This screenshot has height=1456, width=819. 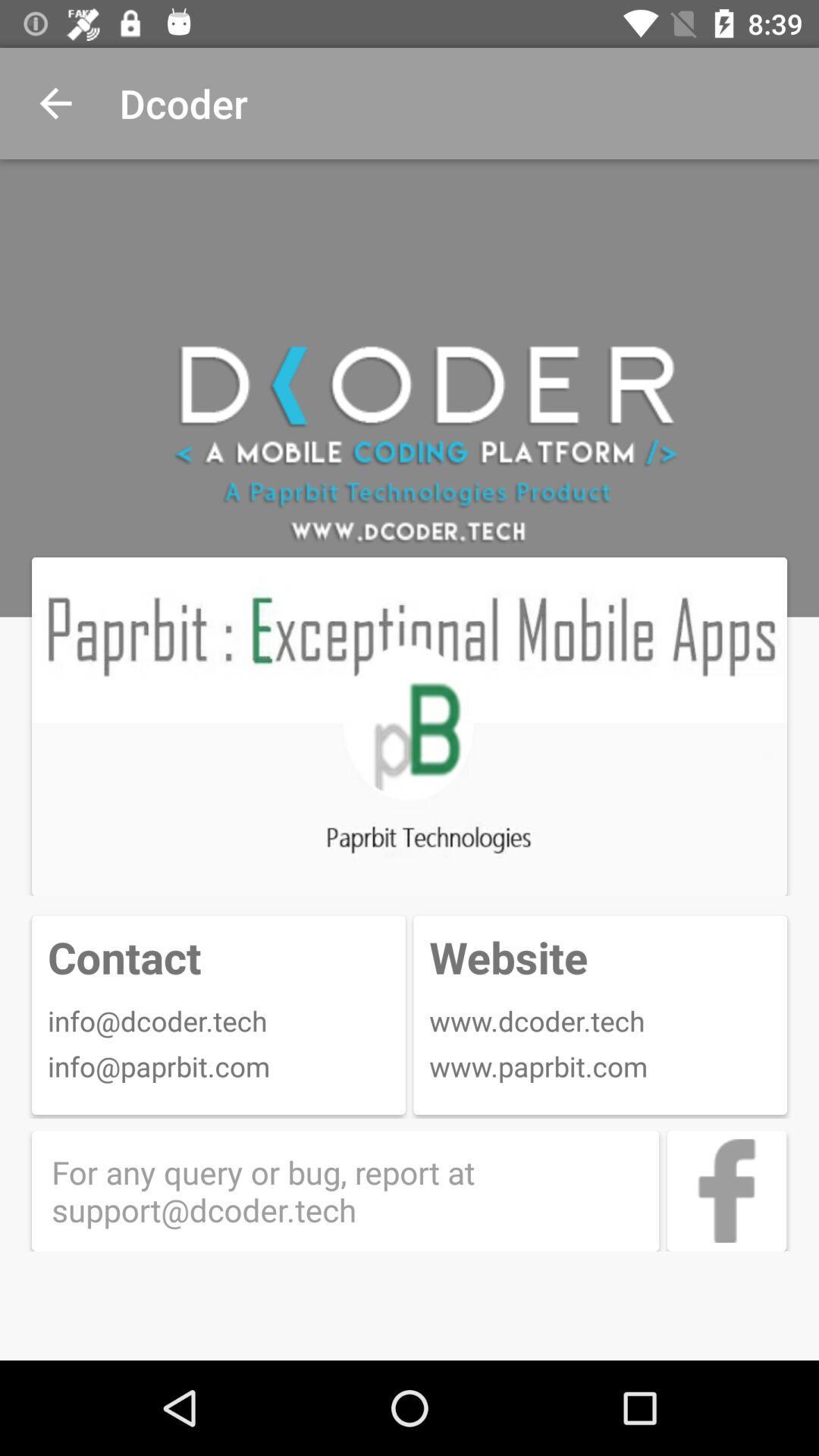 I want to click on item next to the for any query, so click(x=726, y=1190).